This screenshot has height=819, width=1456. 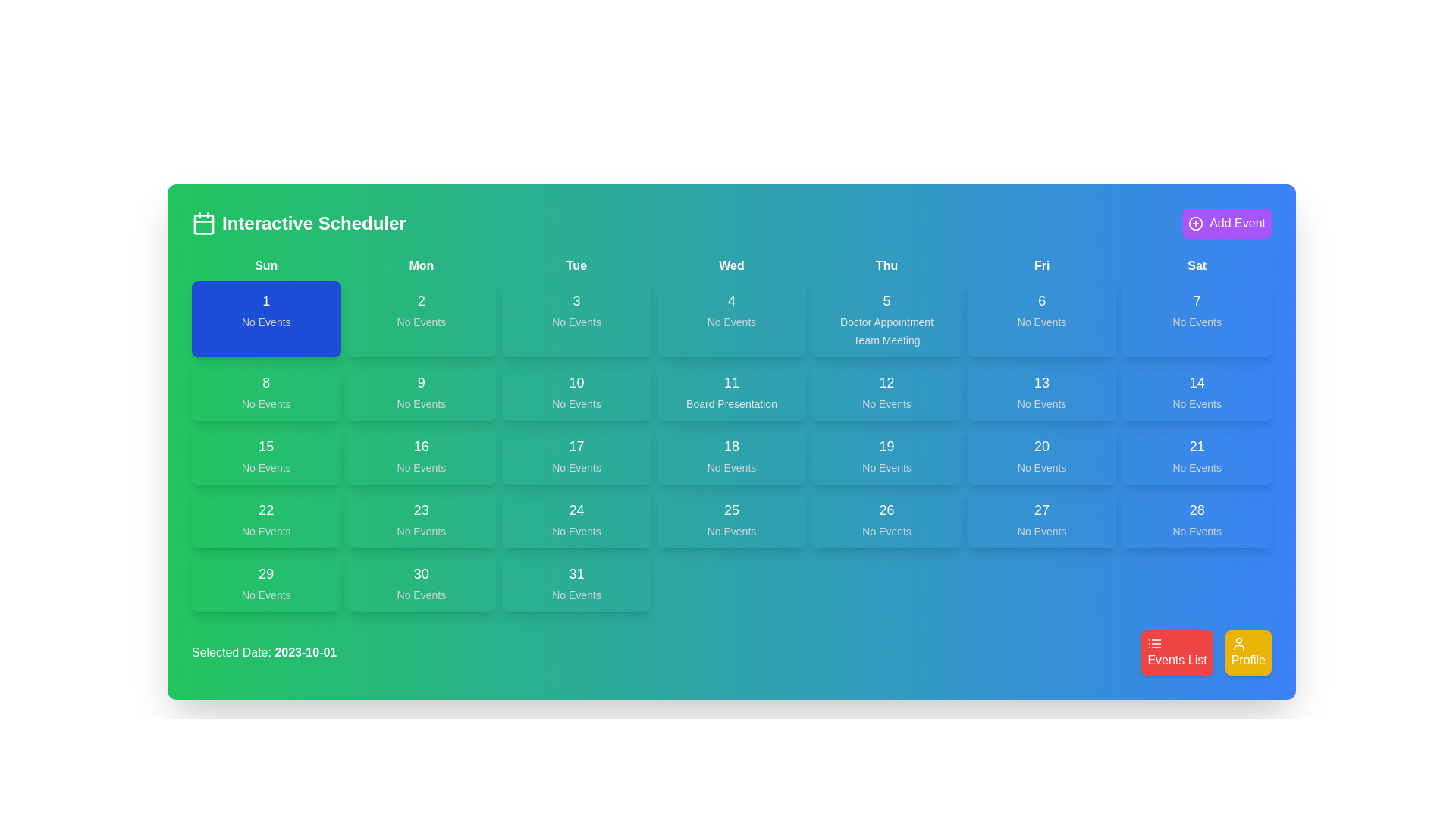 I want to click on the calendar button representing the 19th of the month, located, so click(x=886, y=455).